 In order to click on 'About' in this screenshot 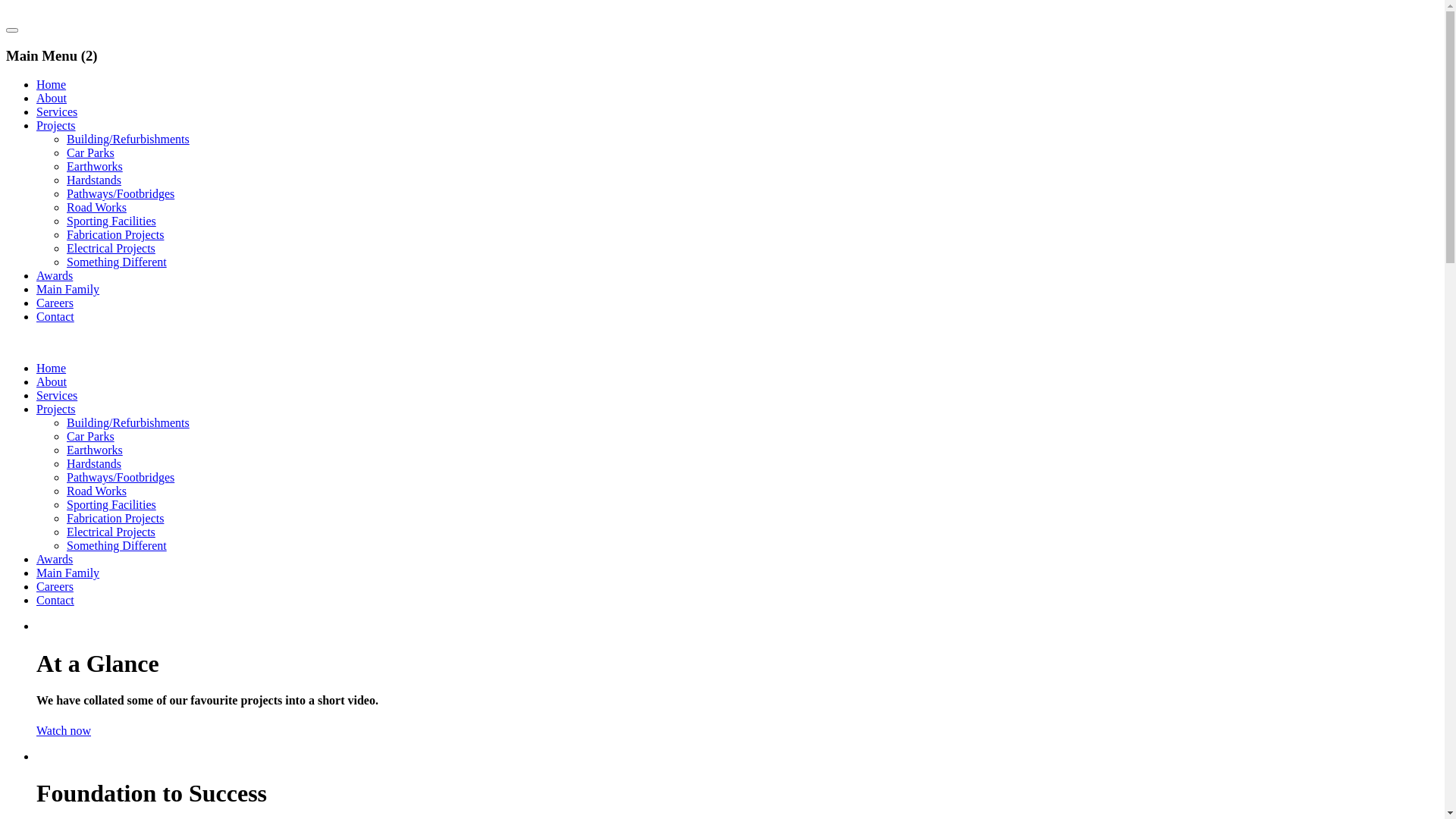, I will do `click(51, 381)`.